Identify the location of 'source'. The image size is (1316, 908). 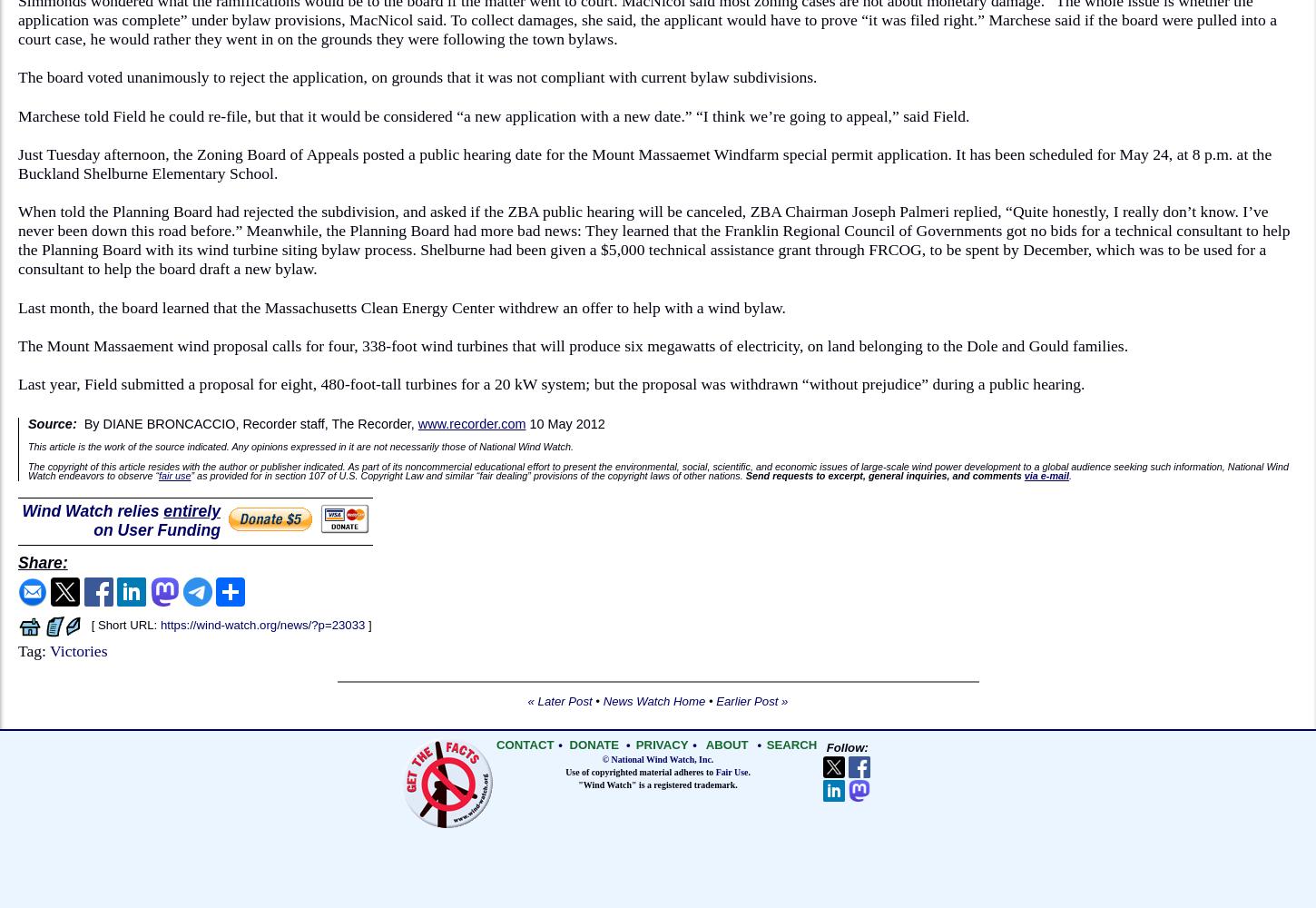
(169, 445).